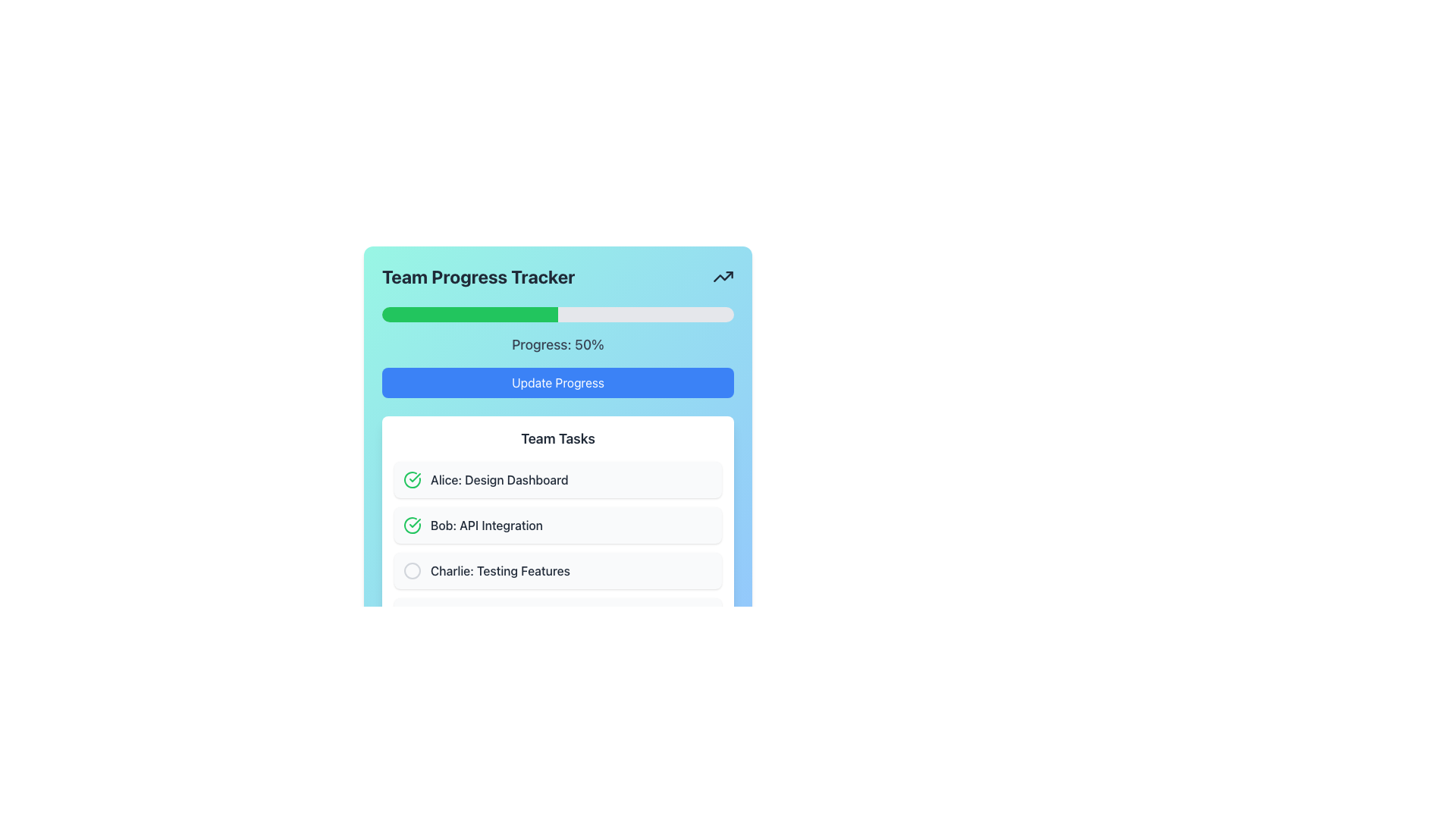 The image size is (1456, 819). Describe the element at coordinates (412, 570) in the screenshot. I see `the status indicator icon located on the leftmost side of the third row in the 'Team Tasks' section of the 'Charlie: Testing Features' task` at that location.